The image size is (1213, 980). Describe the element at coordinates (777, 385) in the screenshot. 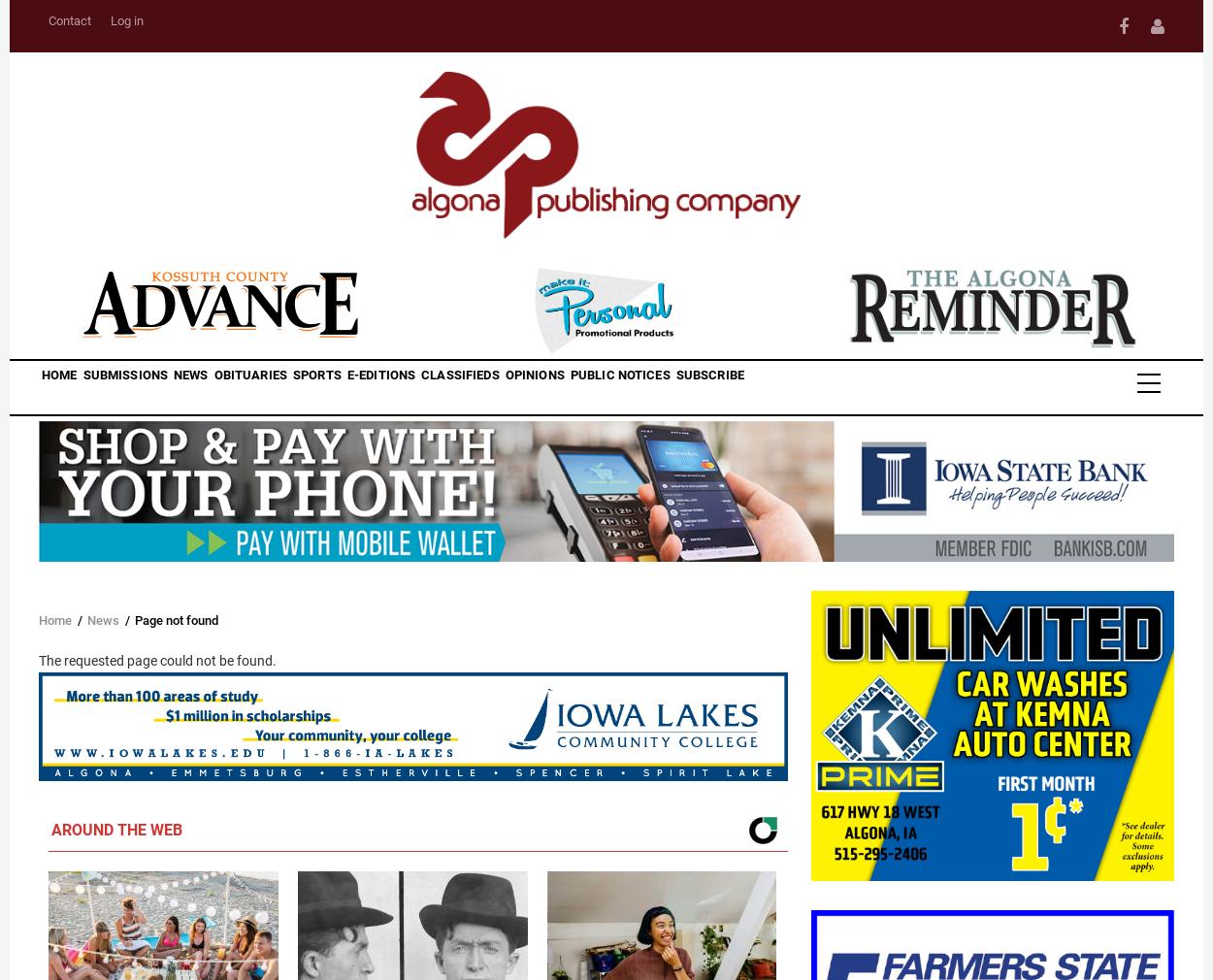

I see `'Public Notices'` at that location.